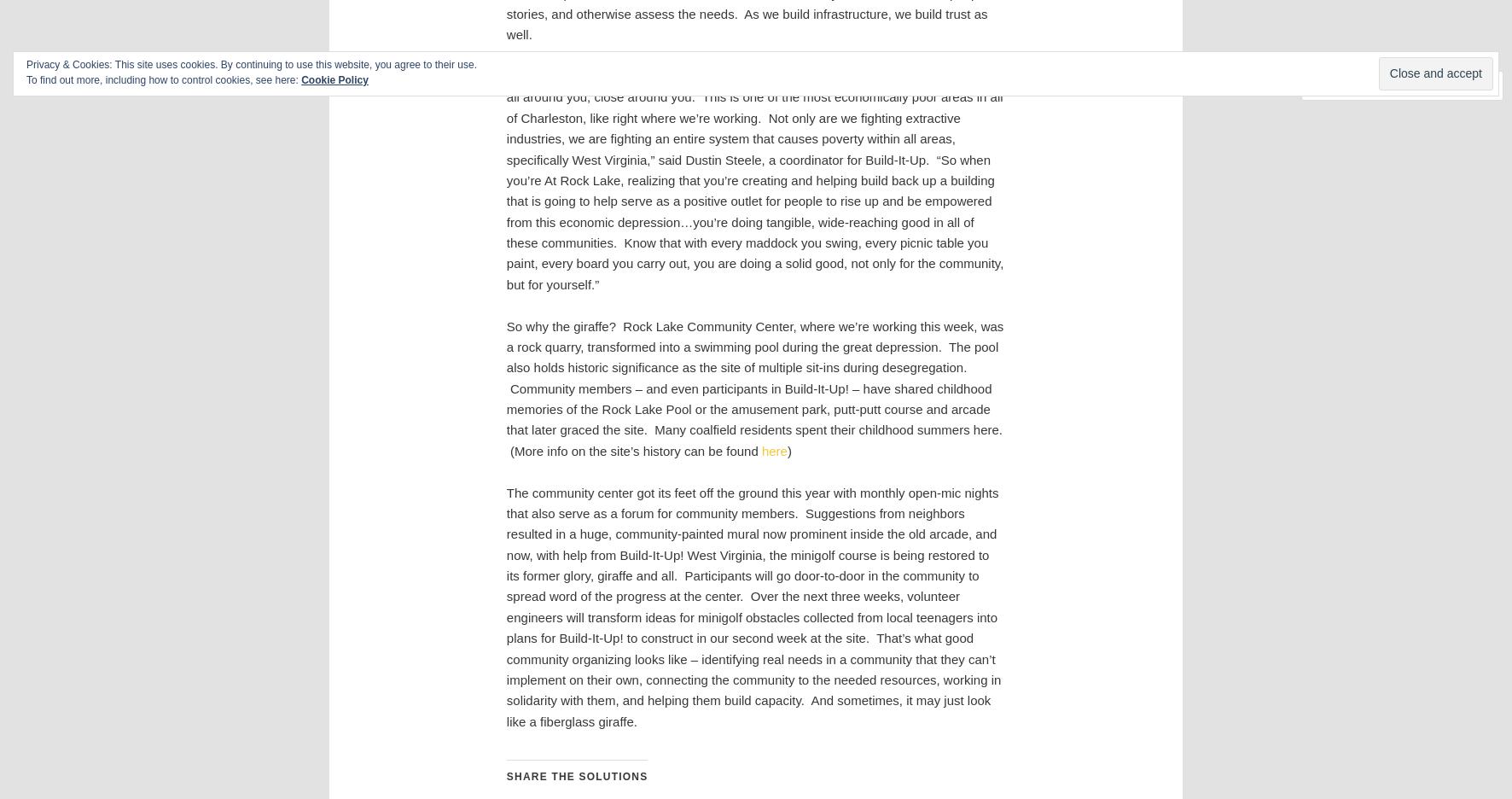 This screenshot has height=799, width=1512. Describe the element at coordinates (754, 388) in the screenshot. I see `'So why the giraffe?  Rock Lake Community Center, where we’re working this week, was a rock quarry, transformed into a swimming pool during the great depression.  The pool also holds historic significance as the site of multiple sit-ins during desegregation.  Community members – and even participants in Build-It-Up! – have shared childhood memories of the Rock Lake Pool or the amusement park, putt-putt course and arcade that later graced the site.  Many coalfield residents spent their childhood summers here.  (More info on the site’s history can be found'` at that location.